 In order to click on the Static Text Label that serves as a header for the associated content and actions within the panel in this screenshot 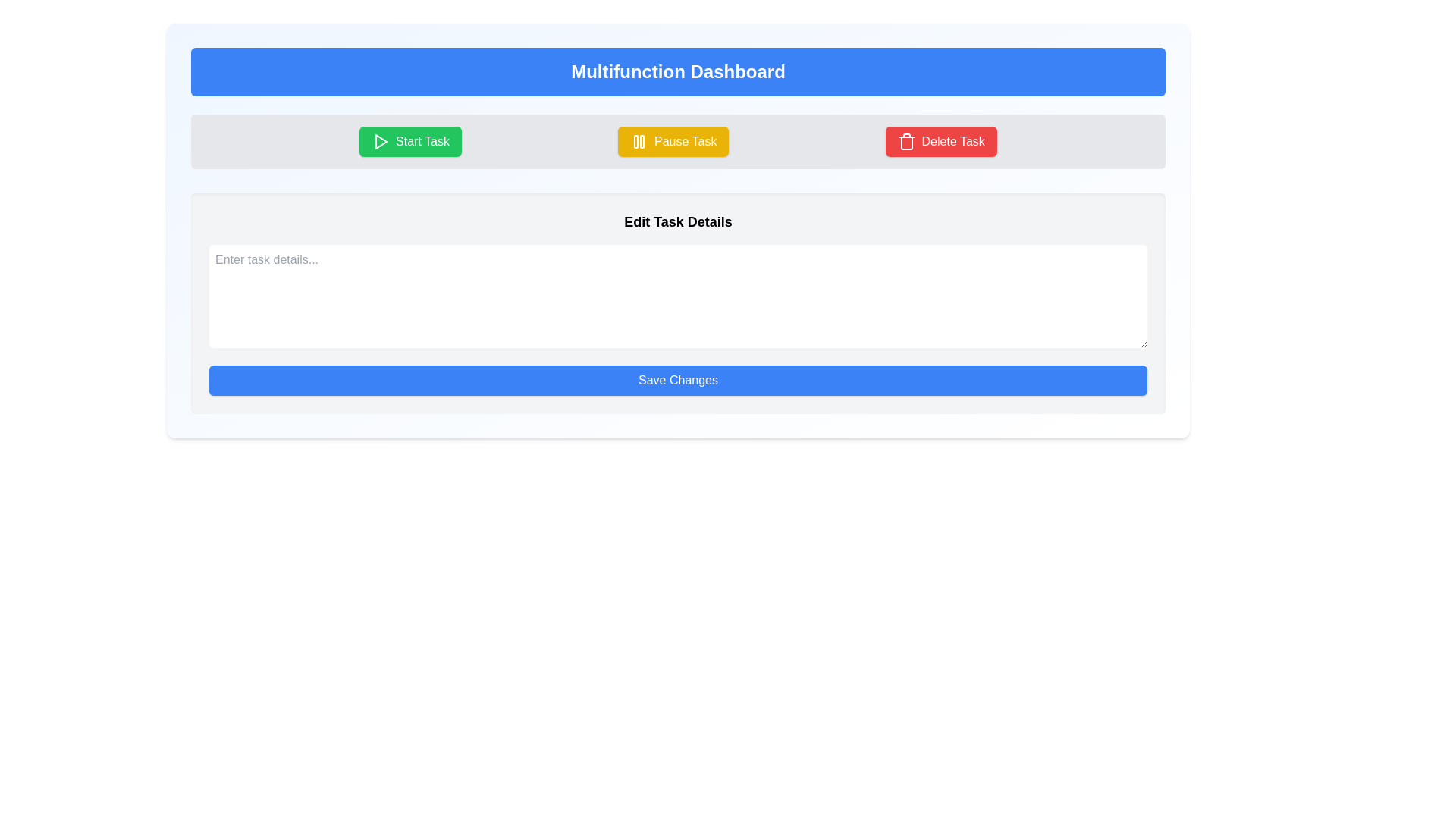, I will do `click(677, 222)`.